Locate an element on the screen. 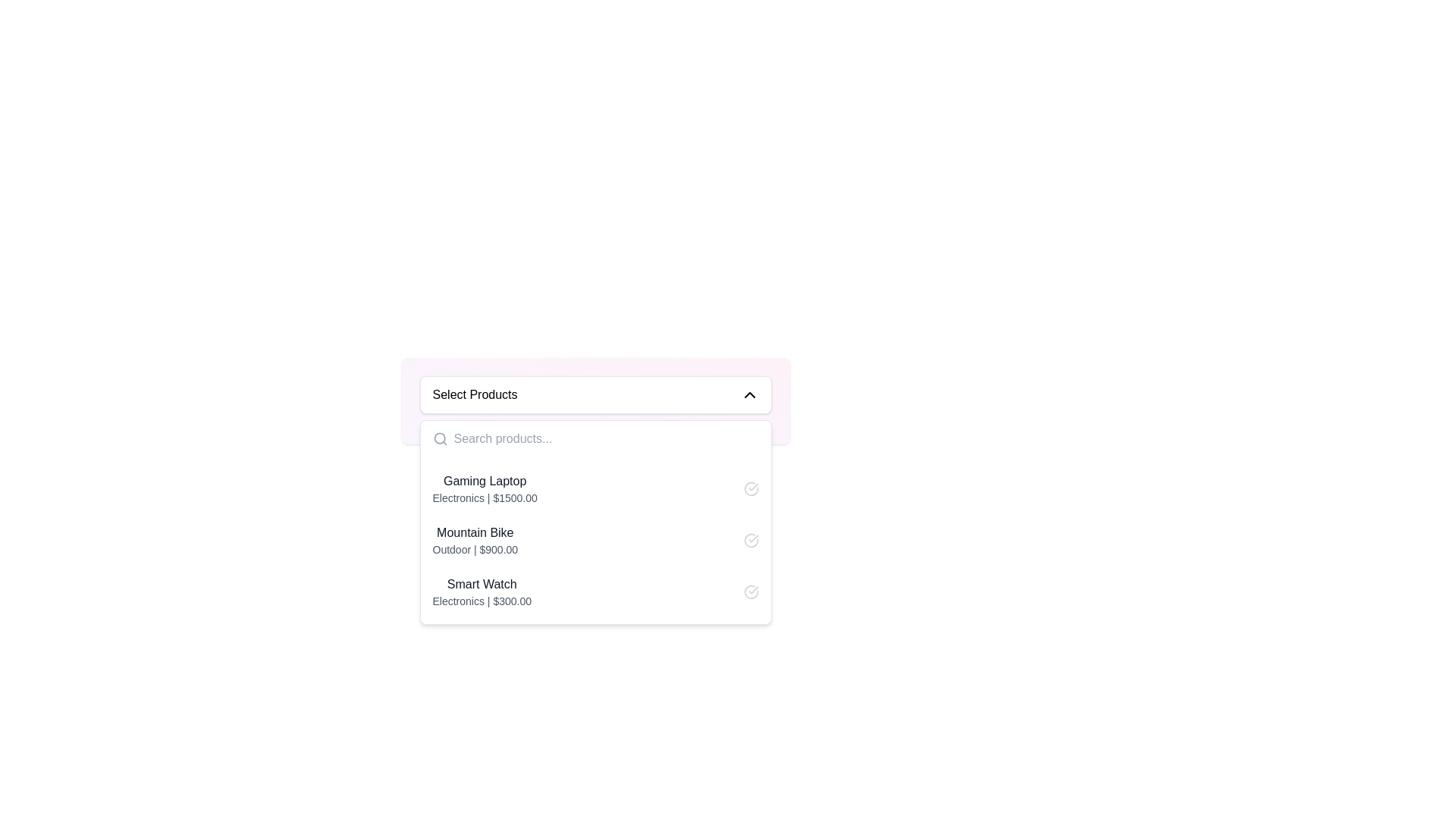  the 'Gaming Laptop' text label within the 'Select Products' dropdown menu to associate it with the item details is located at coordinates (484, 482).